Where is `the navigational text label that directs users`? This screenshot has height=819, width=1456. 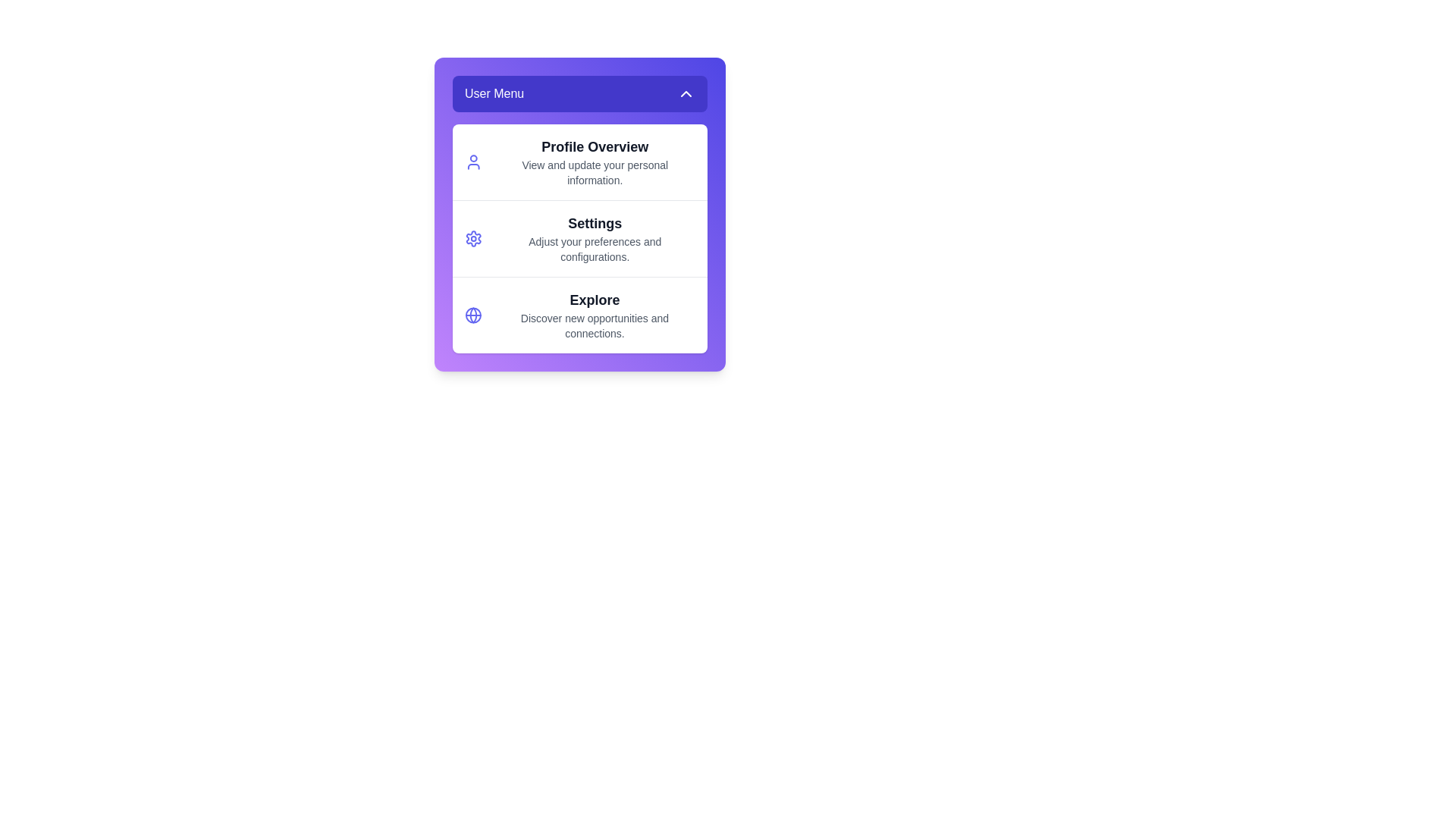 the navigational text label that directs users is located at coordinates (594, 162).